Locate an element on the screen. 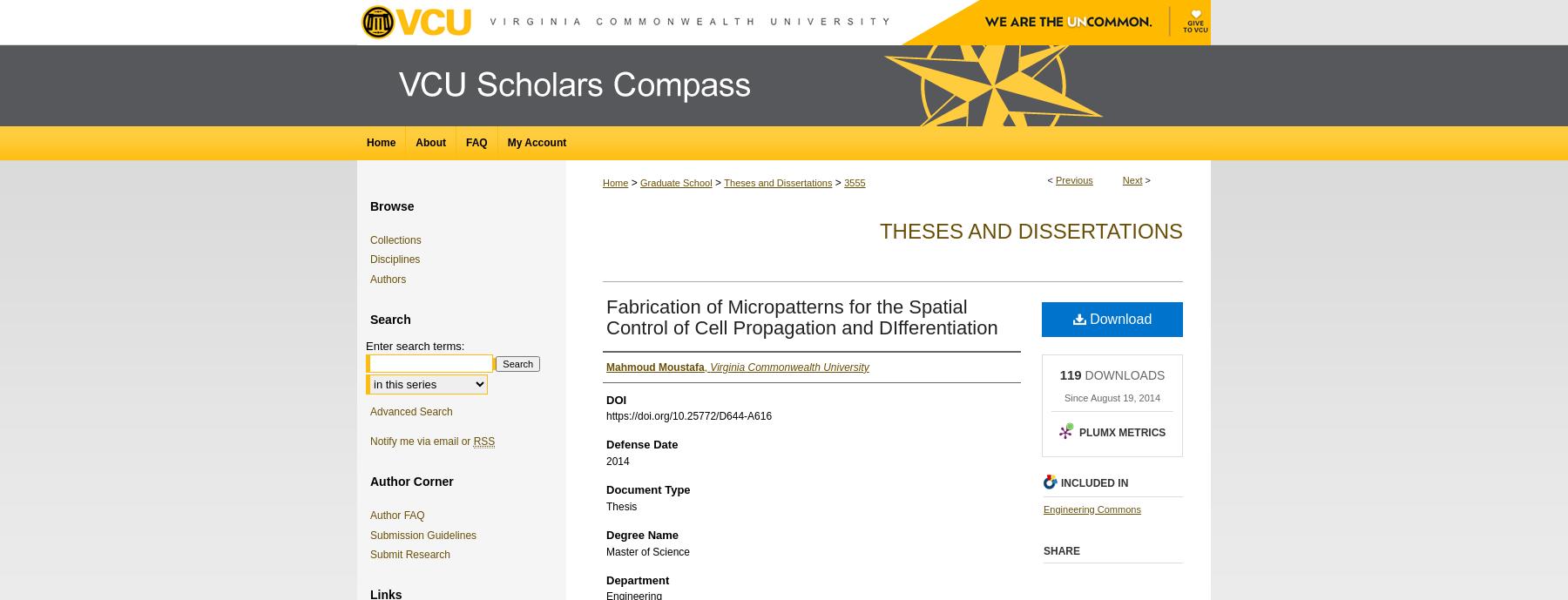  'Document Type' is located at coordinates (646, 489).